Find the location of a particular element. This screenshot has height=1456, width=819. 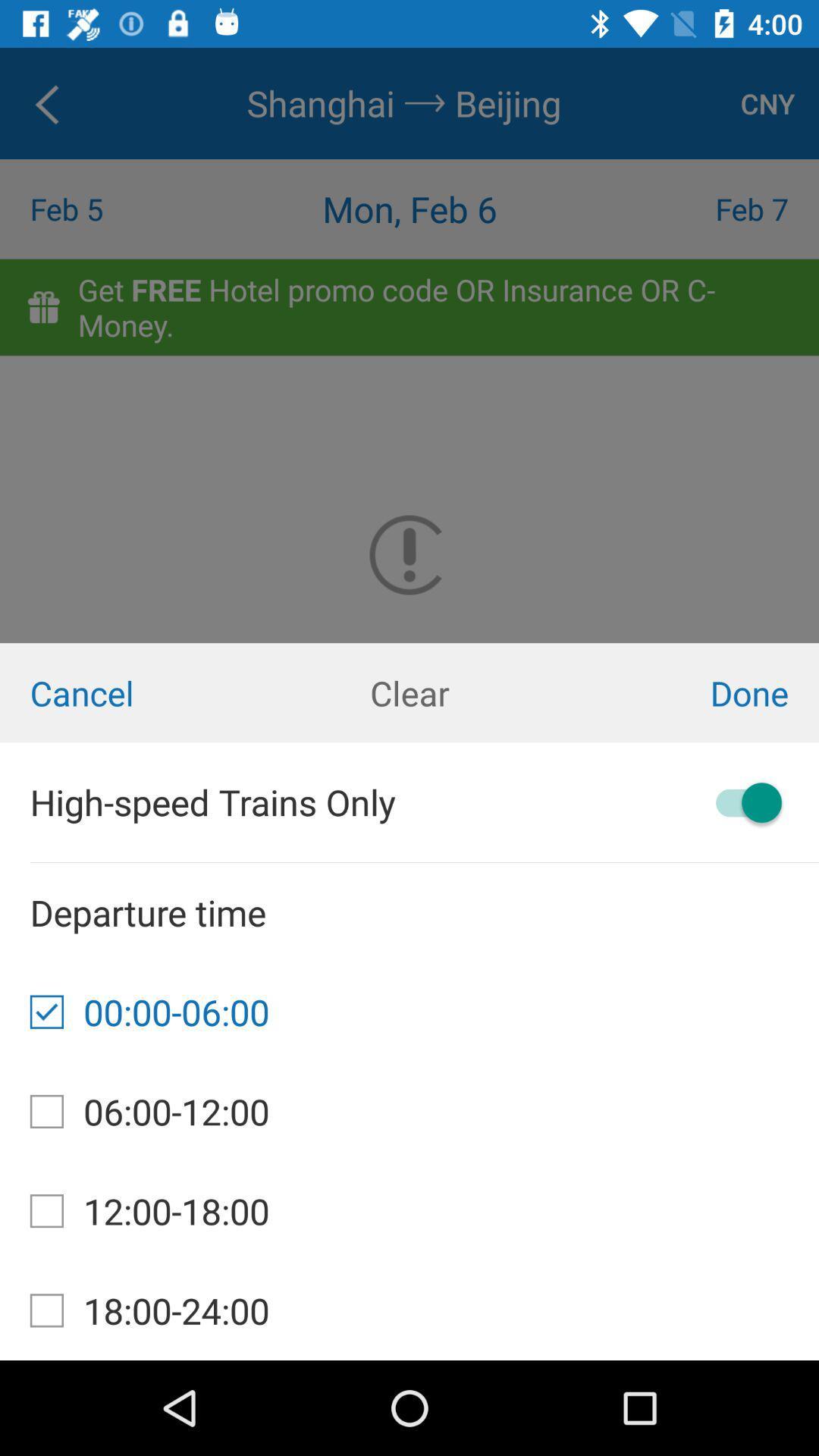

switch high-speed trains only option is located at coordinates (741, 802).